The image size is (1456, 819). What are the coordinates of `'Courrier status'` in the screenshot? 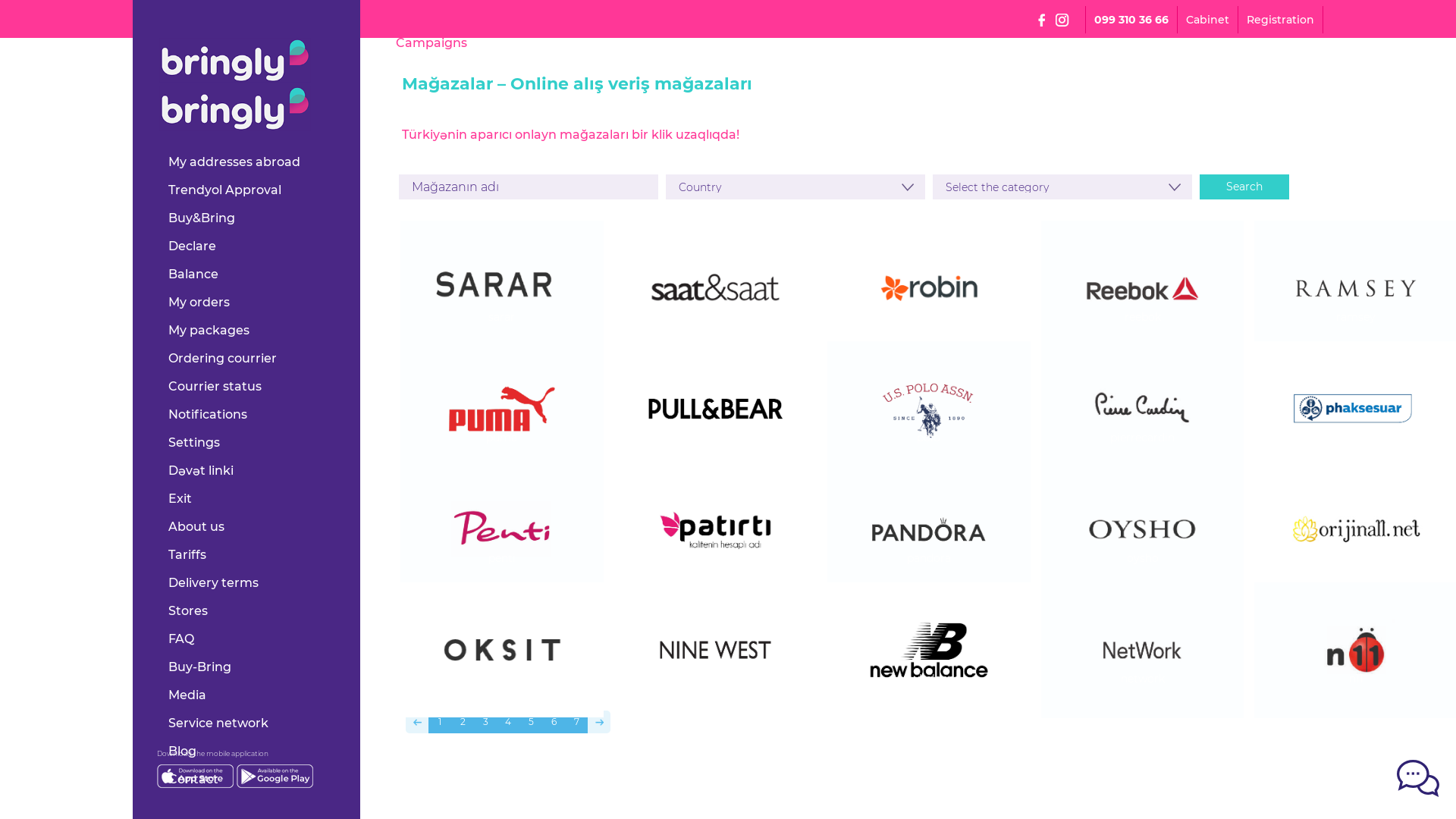 It's located at (214, 385).